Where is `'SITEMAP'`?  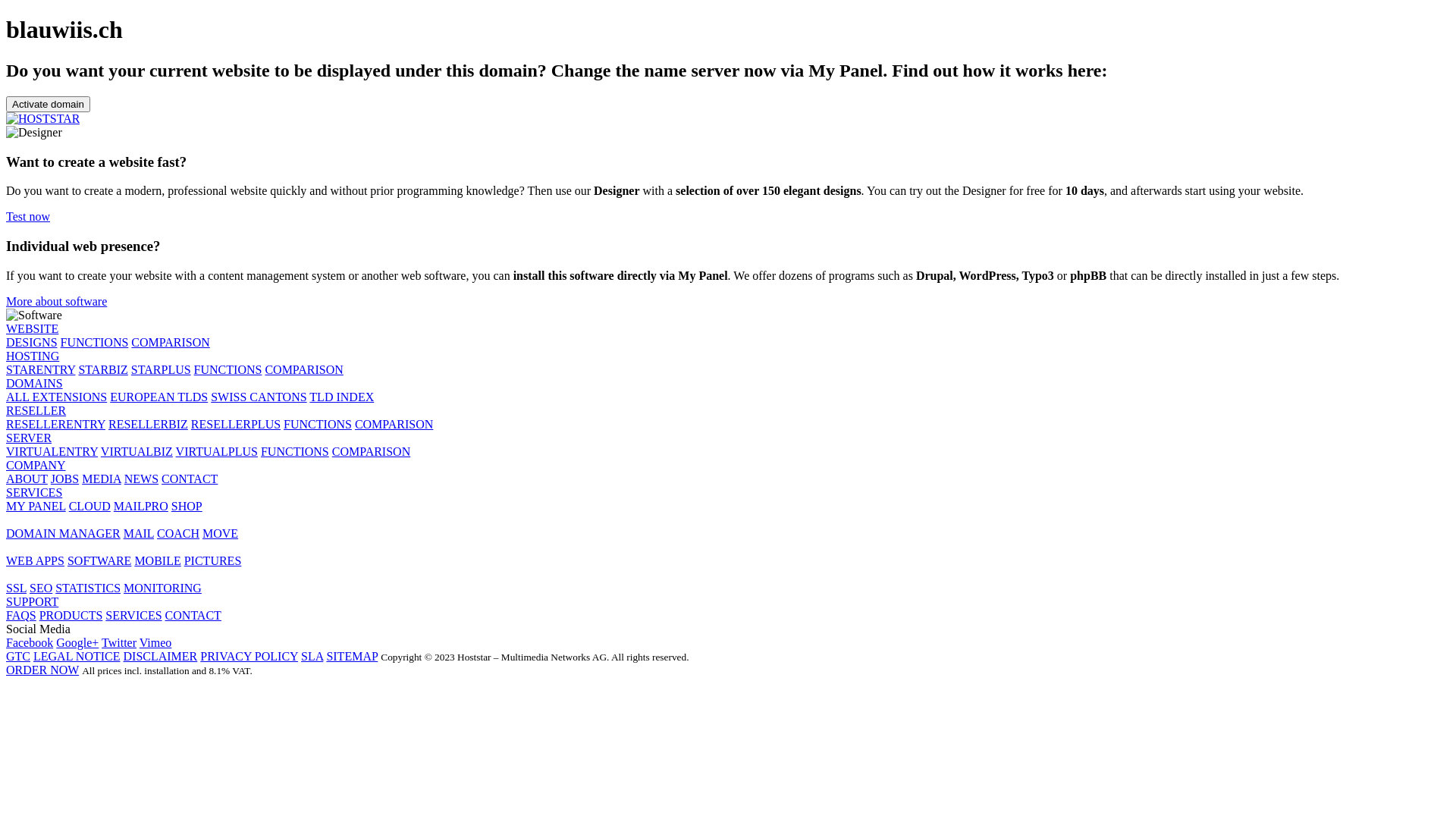
'SITEMAP' is located at coordinates (351, 655).